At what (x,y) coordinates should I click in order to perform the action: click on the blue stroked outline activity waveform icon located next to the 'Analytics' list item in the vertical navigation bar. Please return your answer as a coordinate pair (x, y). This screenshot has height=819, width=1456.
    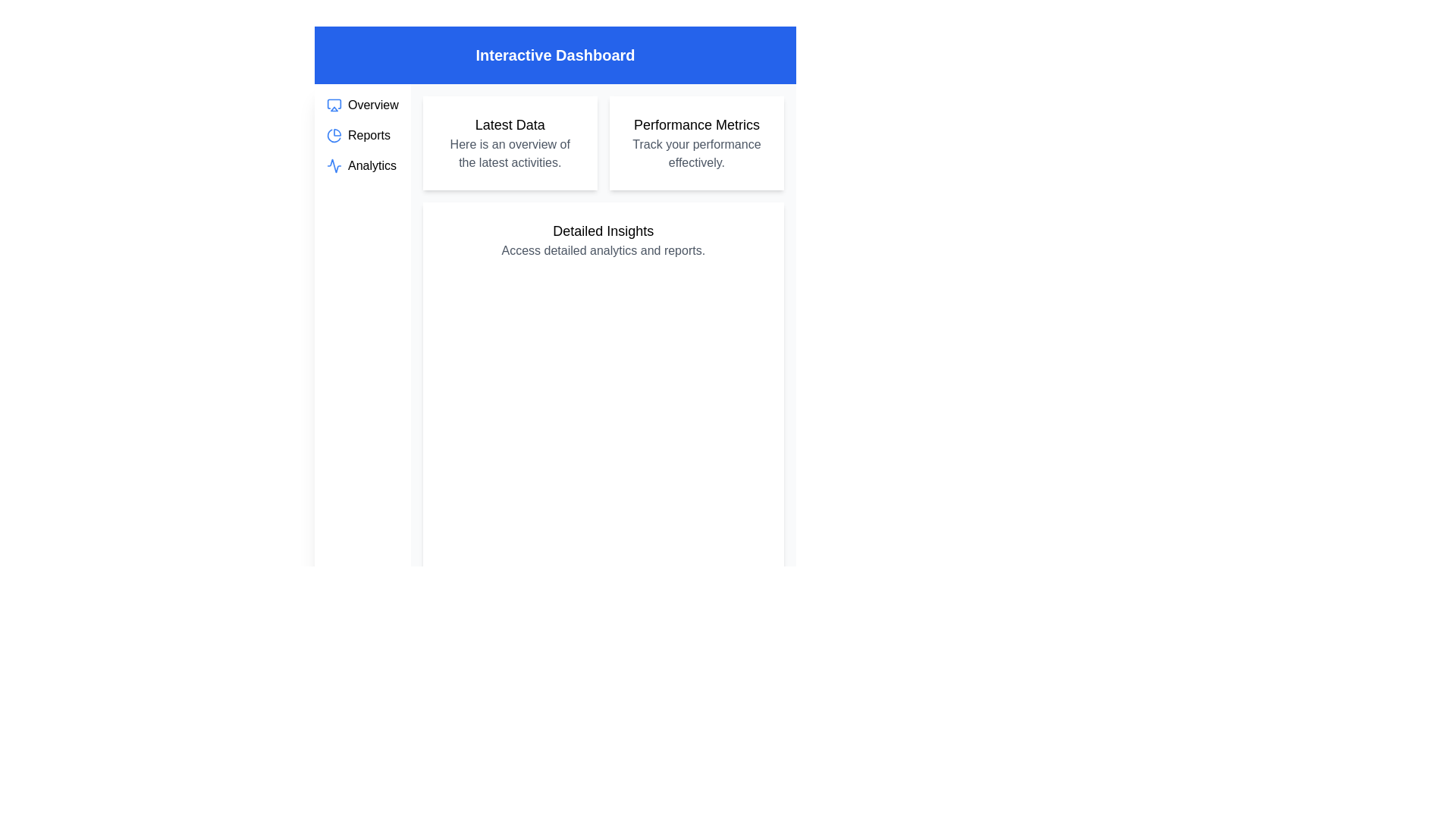
    Looking at the image, I should click on (334, 166).